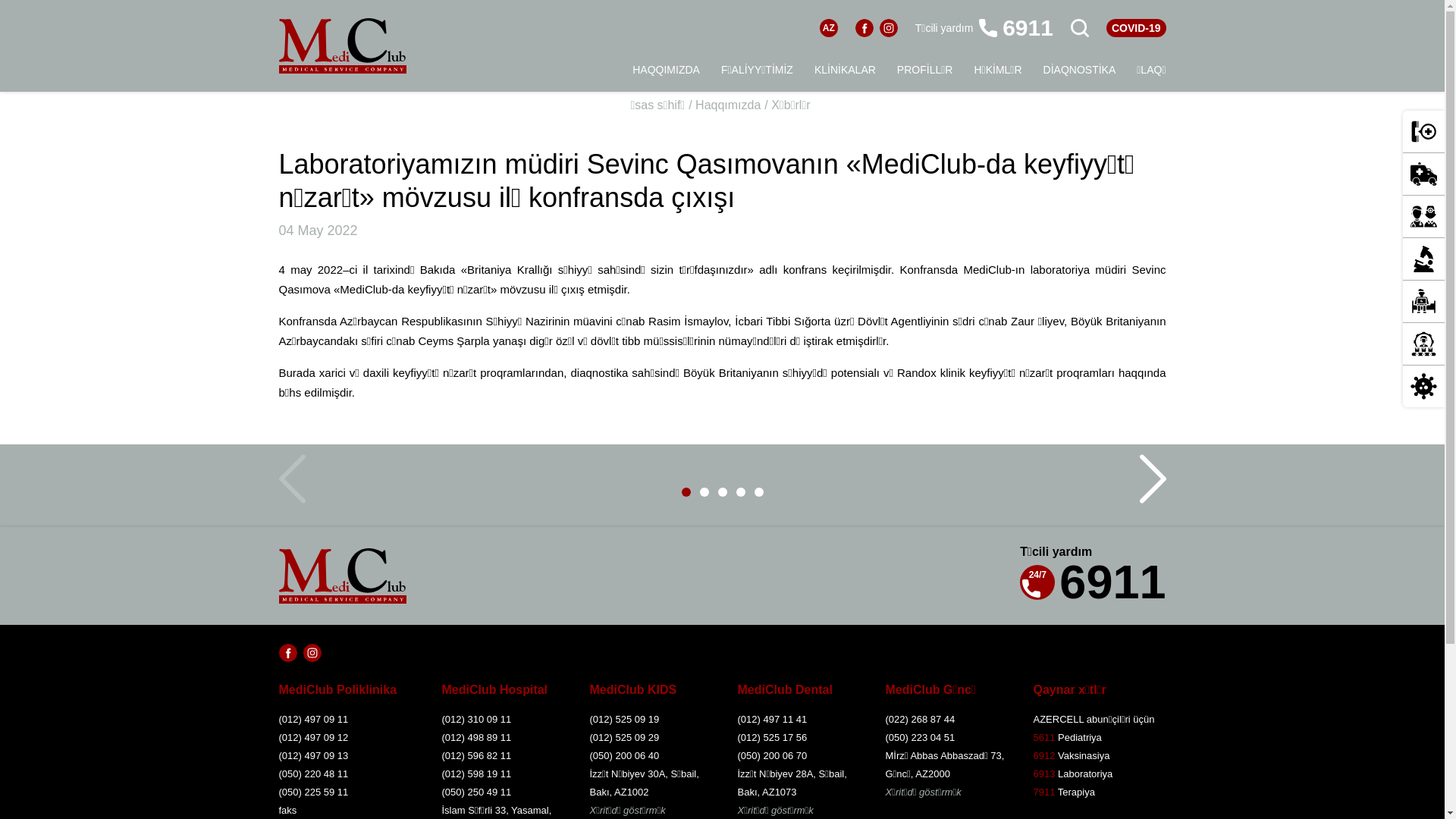  What do you see at coordinates (1106, 28) in the screenshot?
I see `'COVID-19'` at bounding box center [1106, 28].